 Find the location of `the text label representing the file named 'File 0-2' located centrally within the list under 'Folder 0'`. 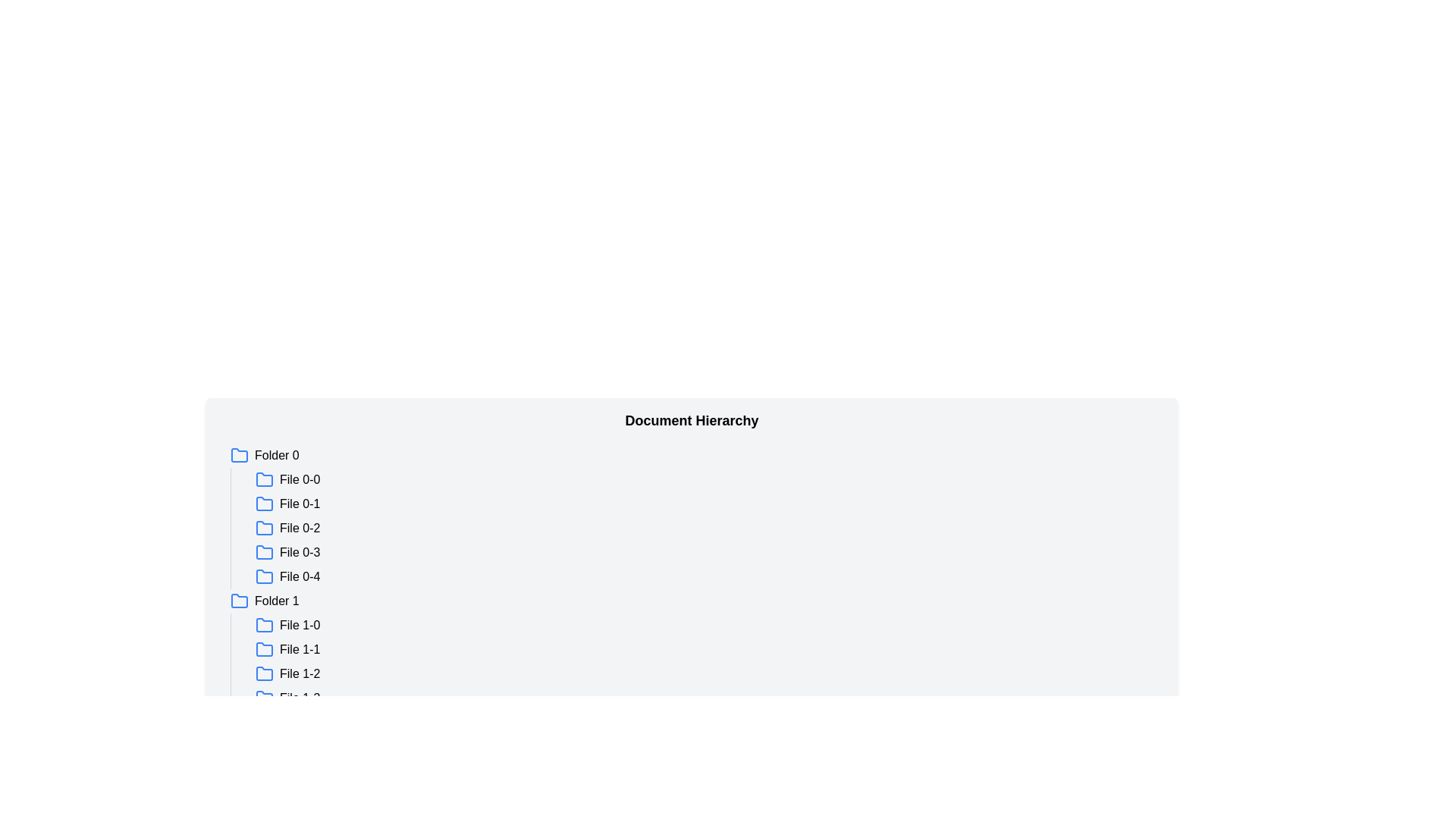

the text label representing the file named 'File 0-2' located centrally within the list under 'Folder 0' is located at coordinates (300, 528).